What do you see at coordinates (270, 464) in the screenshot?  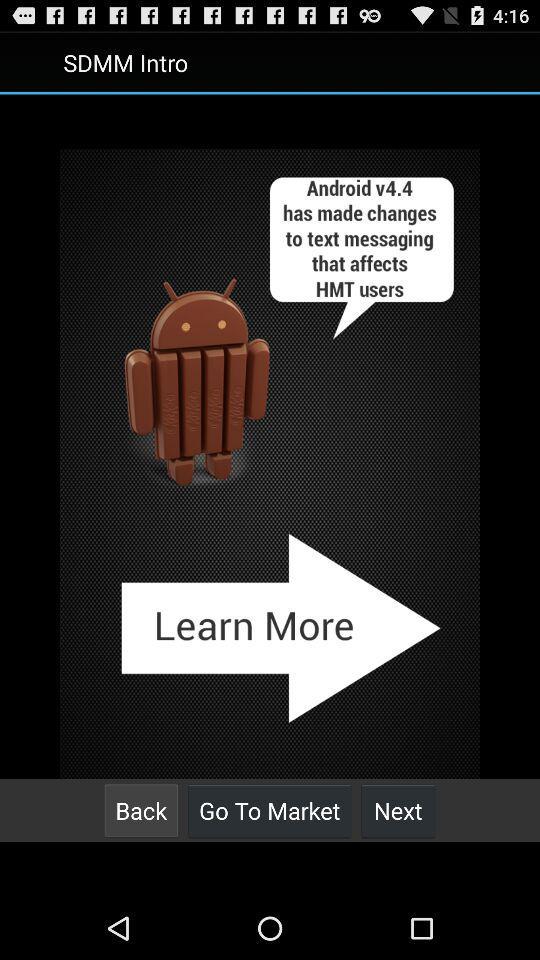 I see `item above back` at bounding box center [270, 464].